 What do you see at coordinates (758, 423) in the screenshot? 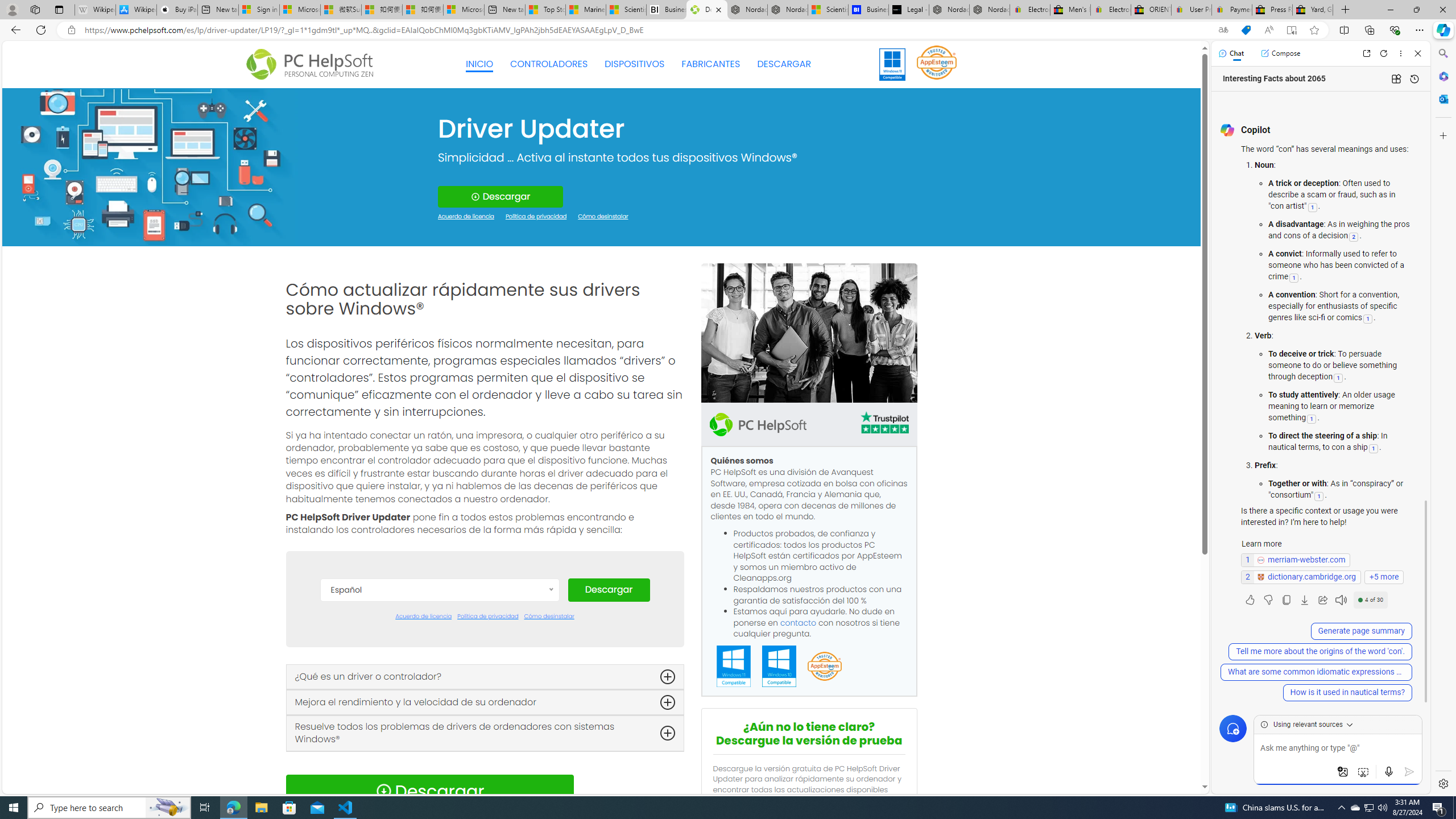
I see `'PCHelpsoft'` at bounding box center [758, 423].